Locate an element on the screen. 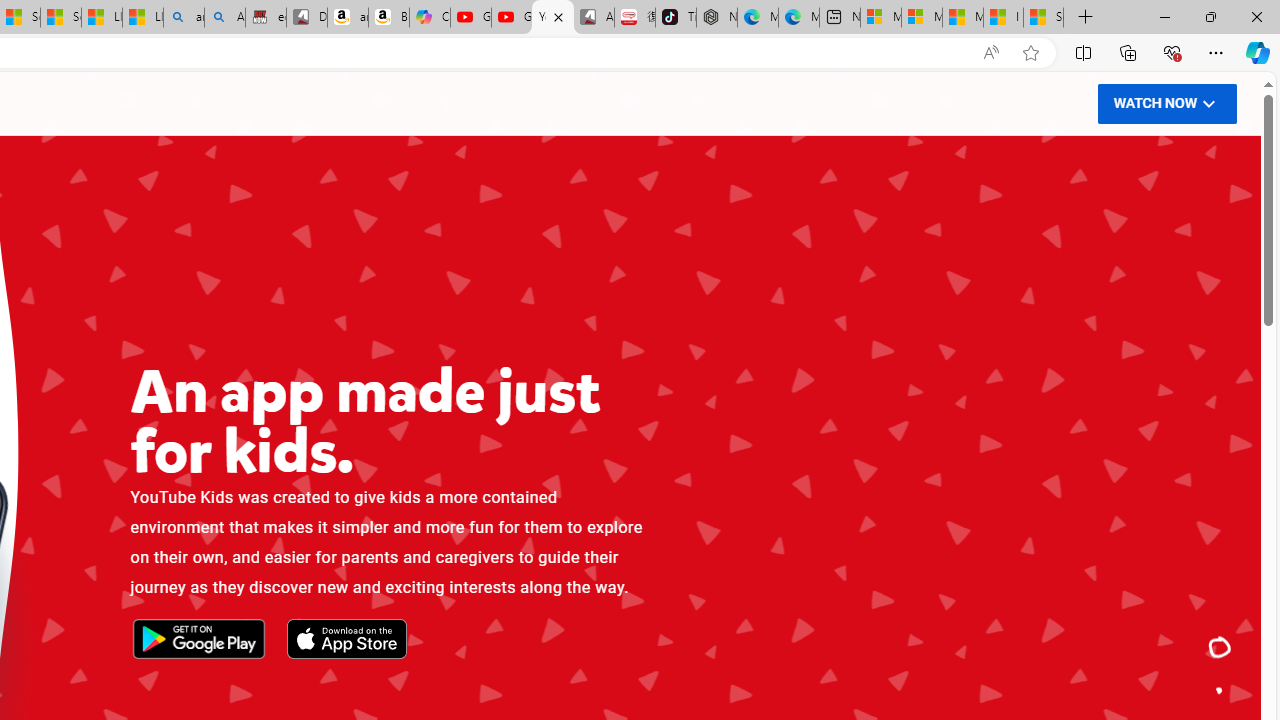 The width and height of the screenshot is (1280, 720). 'WATCH NOW' is located at coordinates (1166, 103).